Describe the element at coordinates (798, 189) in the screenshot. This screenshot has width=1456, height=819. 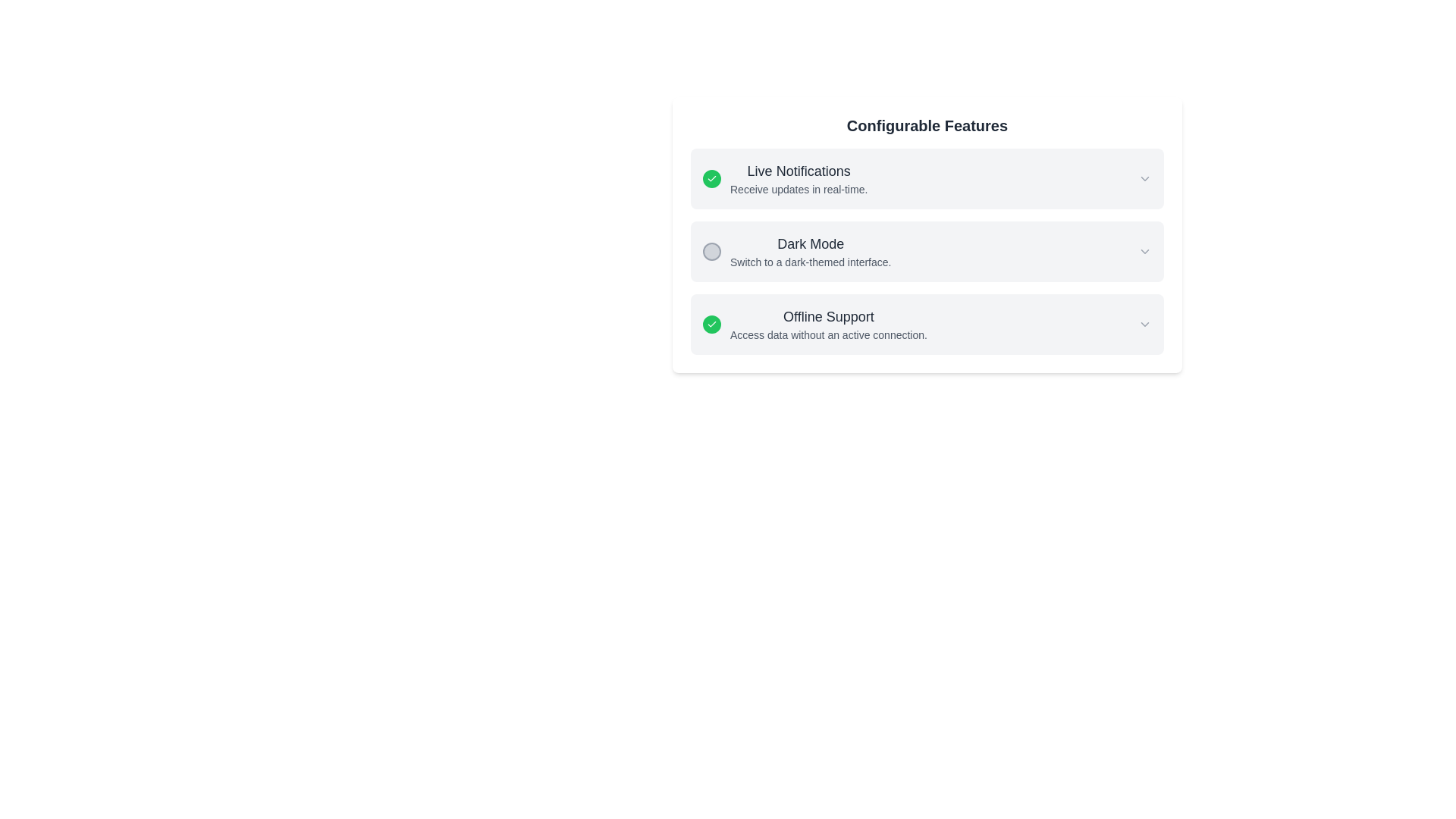
I see `the descriptive text that explains the 'Live Notifications' feature` at that location.